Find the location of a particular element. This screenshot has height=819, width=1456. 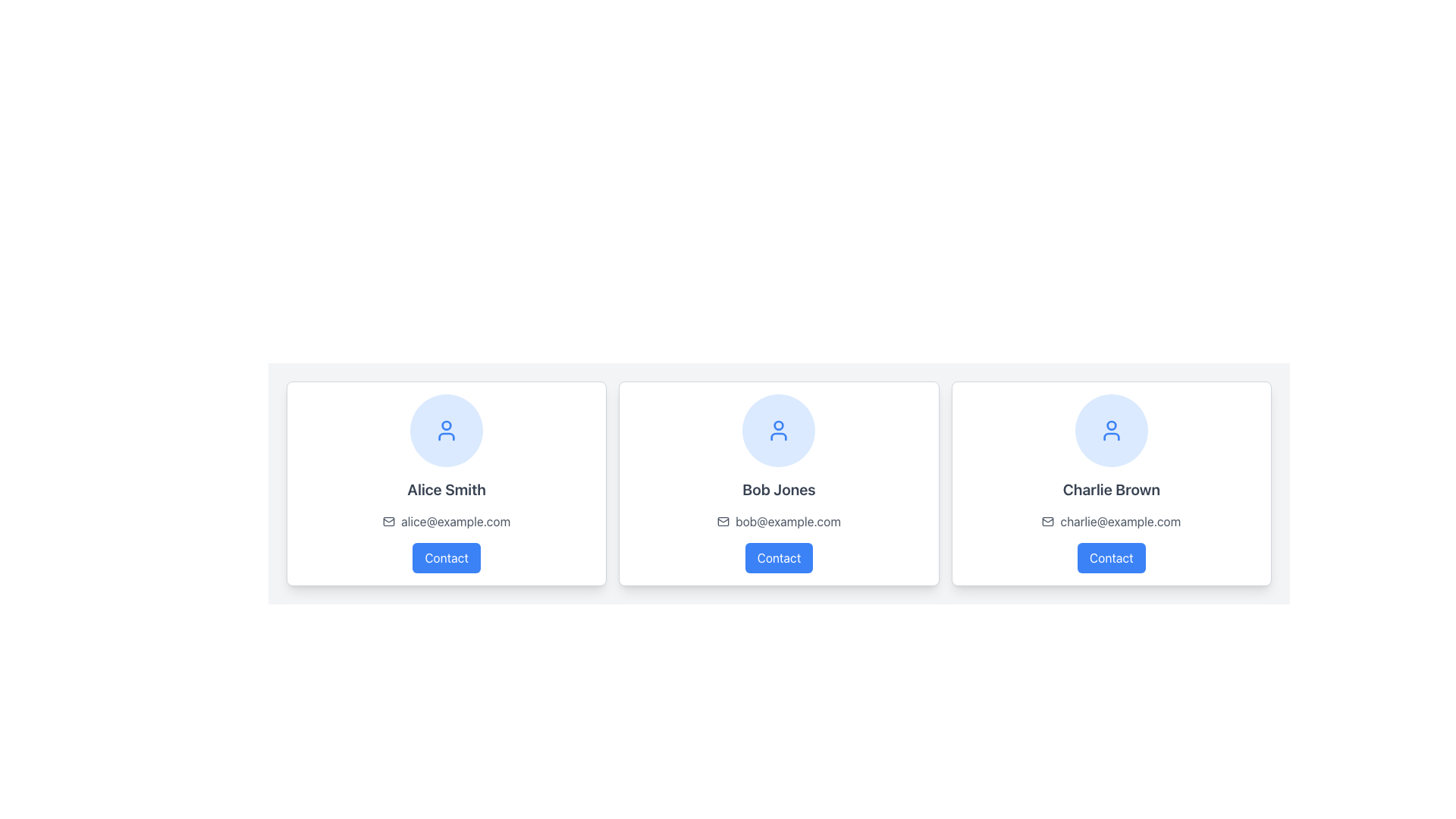

the small gray mail icon resembling an envelope located to the left of the email address 'bob@example.com' in the second card from the left is located at coordinates (723, 520).